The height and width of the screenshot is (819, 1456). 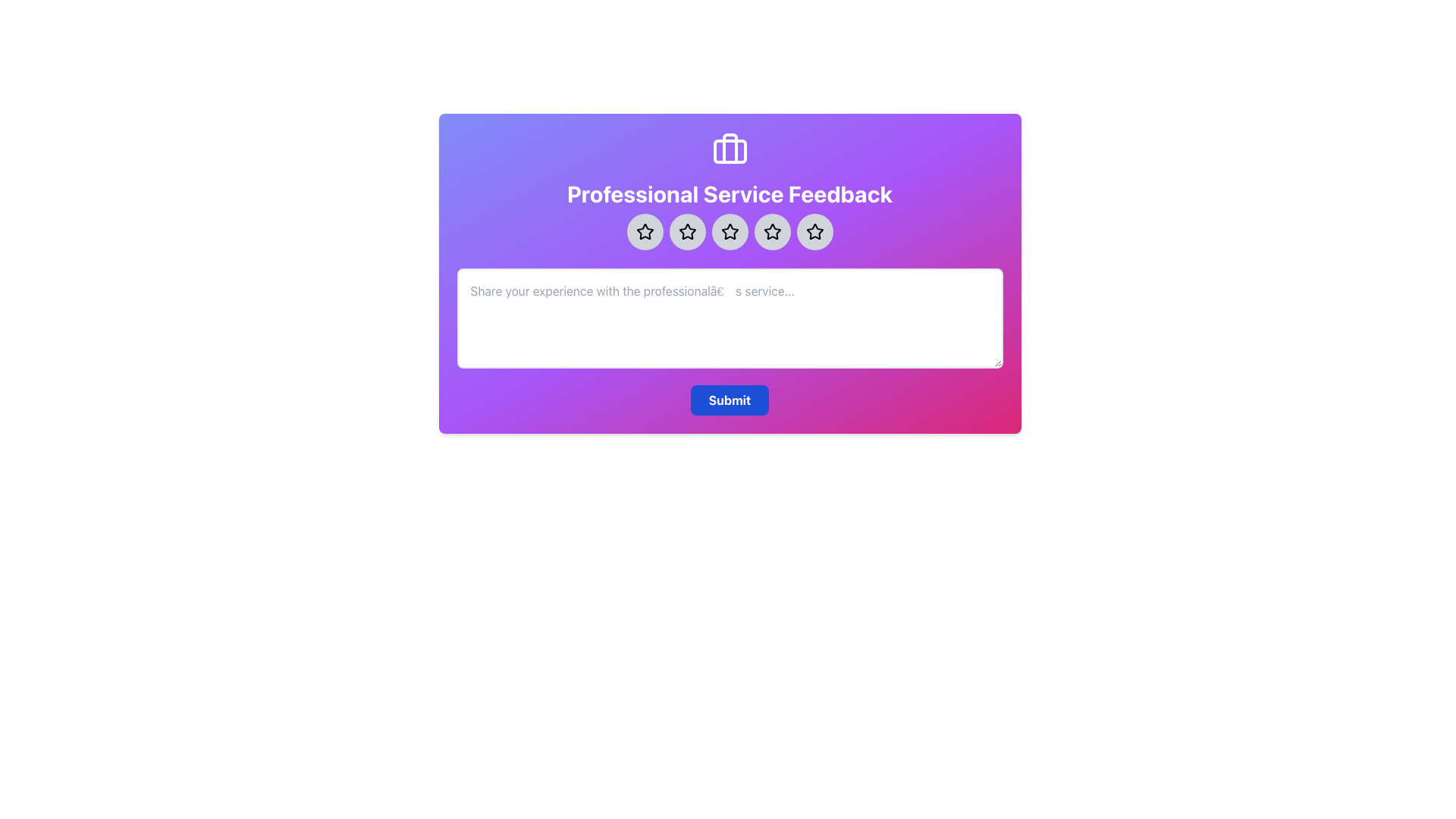 I want to click on the decorative icon segment located above the 'Professional Service Feedback' heading, which is a vertical segment within the icon's structure, so click(x=730, y=149).